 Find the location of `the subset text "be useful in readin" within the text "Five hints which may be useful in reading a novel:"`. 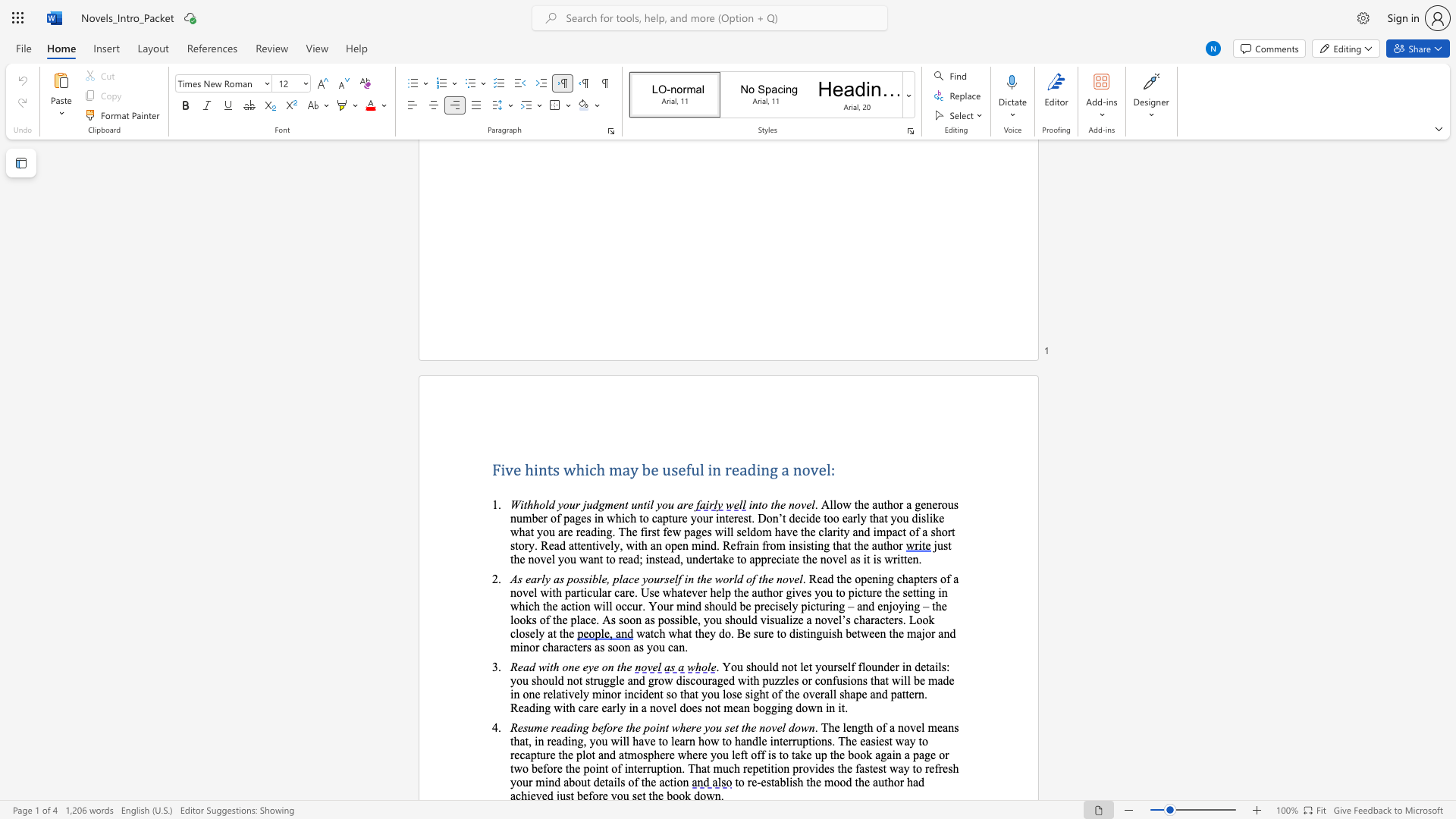

the subset text "be useful in readin" within the text "Five hints which may be useful in reading a novel:" is located at coordinates (642, 469).